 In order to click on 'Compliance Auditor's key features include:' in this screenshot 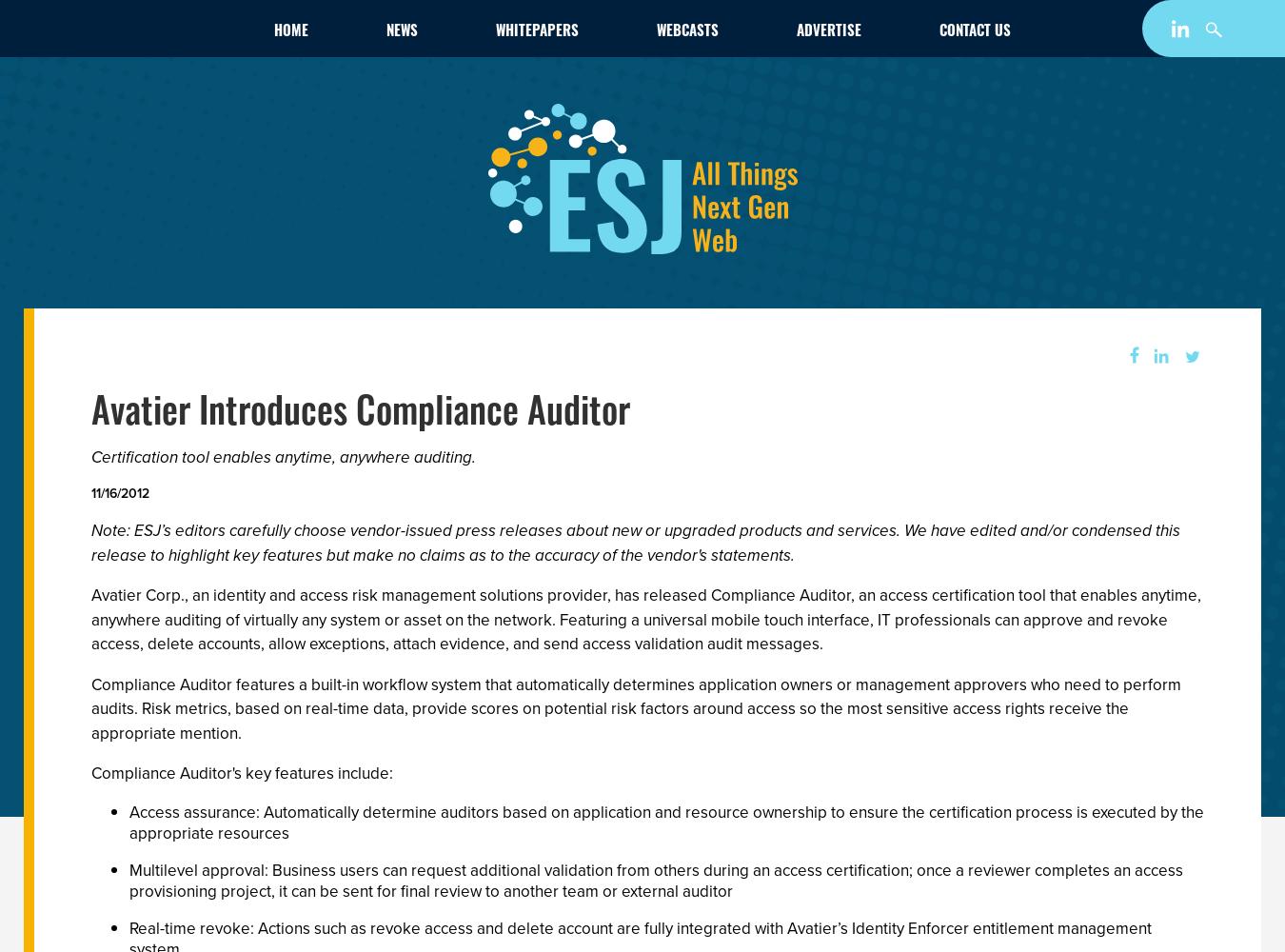, I will do `click(241, 773)`.